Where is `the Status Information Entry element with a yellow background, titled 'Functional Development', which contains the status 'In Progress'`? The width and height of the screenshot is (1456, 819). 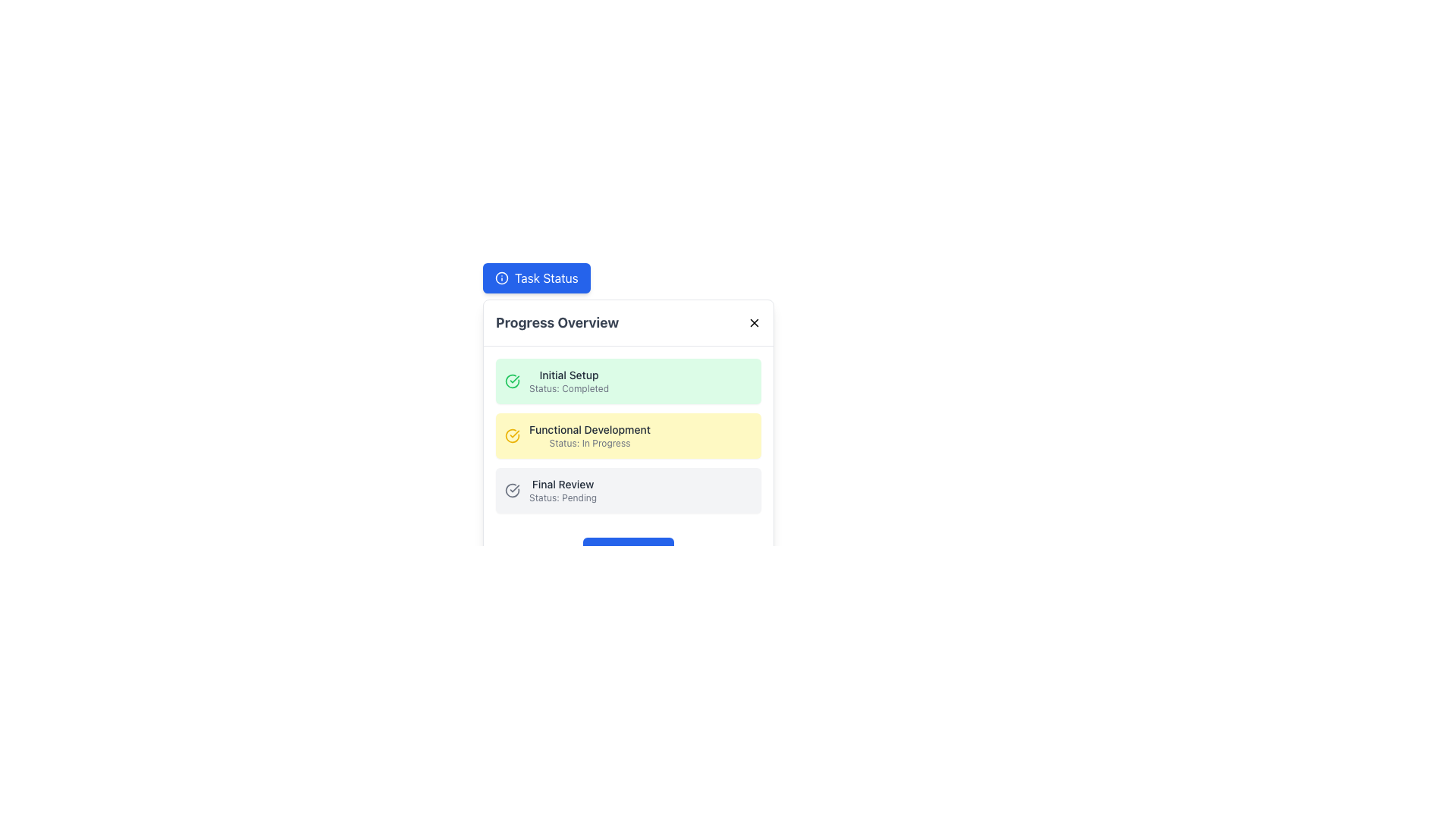
the Status Information Entry element with a yellow background, titled 'Functional Development', which contains the status 'In Progress' is located at coordinates (629, 435).